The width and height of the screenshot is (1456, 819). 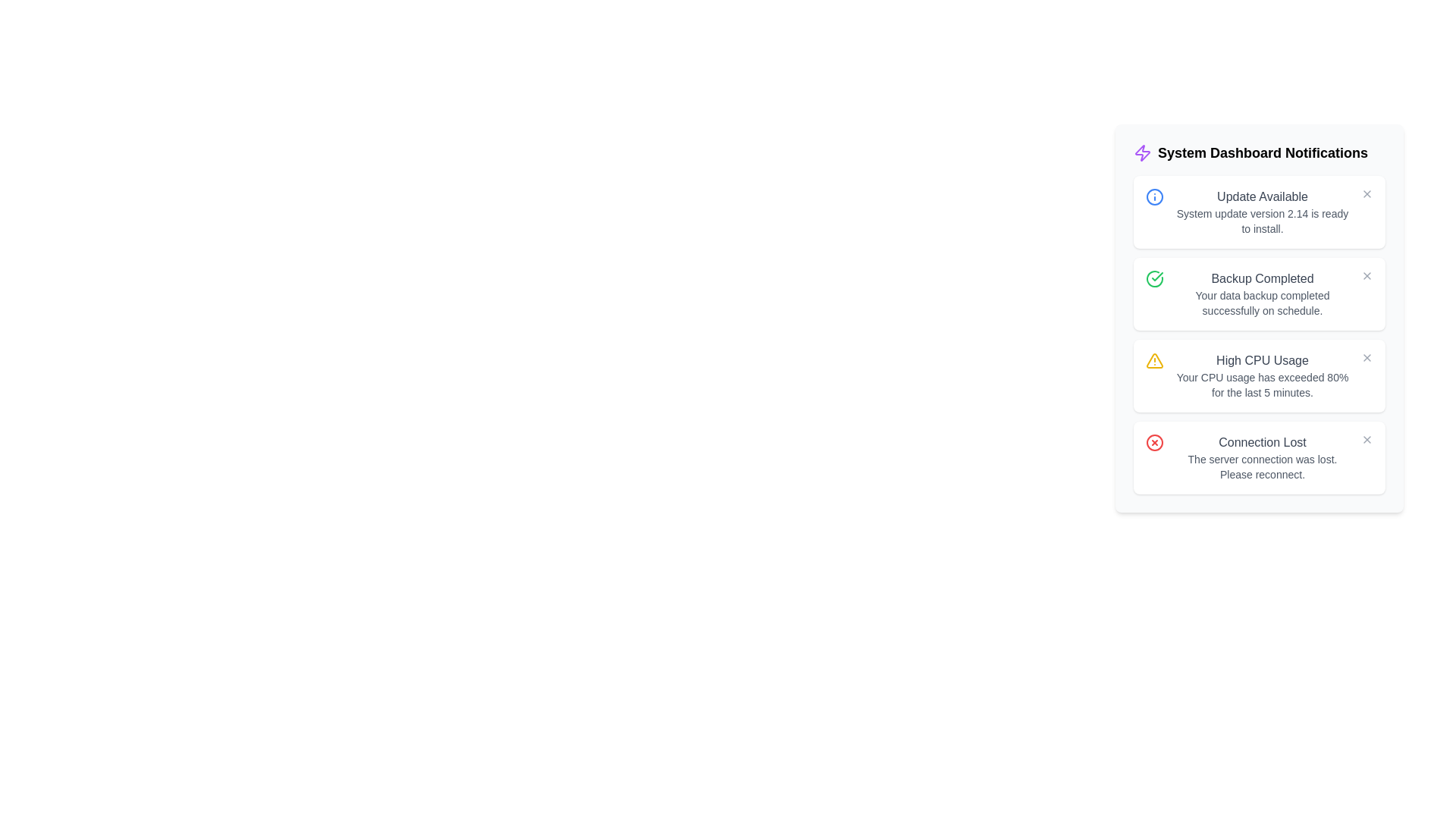 I want to click on the fourth 'X' icon button in the notification panel, so click(x=1367, y=439).